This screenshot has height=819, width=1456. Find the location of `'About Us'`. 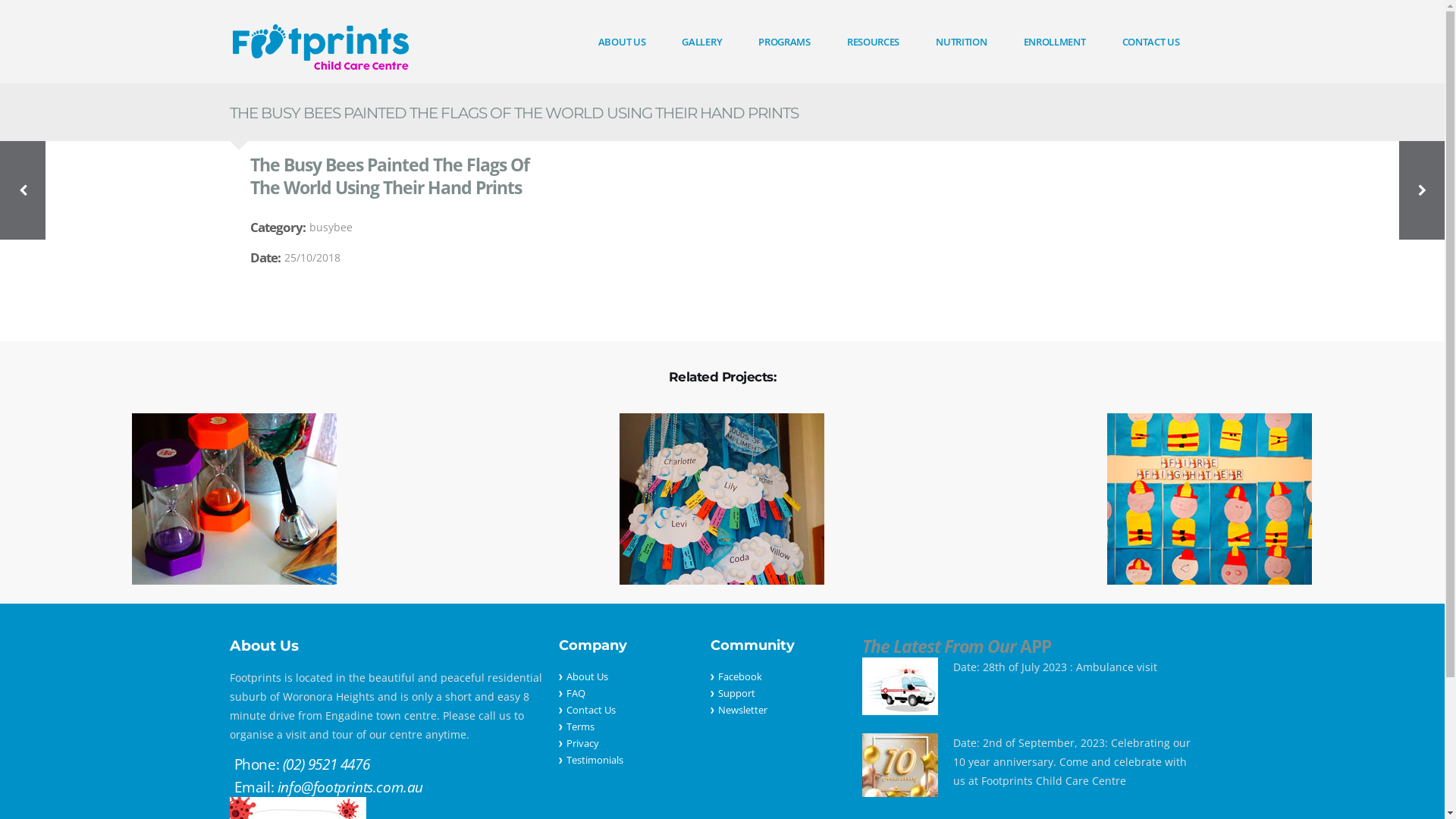

'About Us' is located at coordinates (564, 675).